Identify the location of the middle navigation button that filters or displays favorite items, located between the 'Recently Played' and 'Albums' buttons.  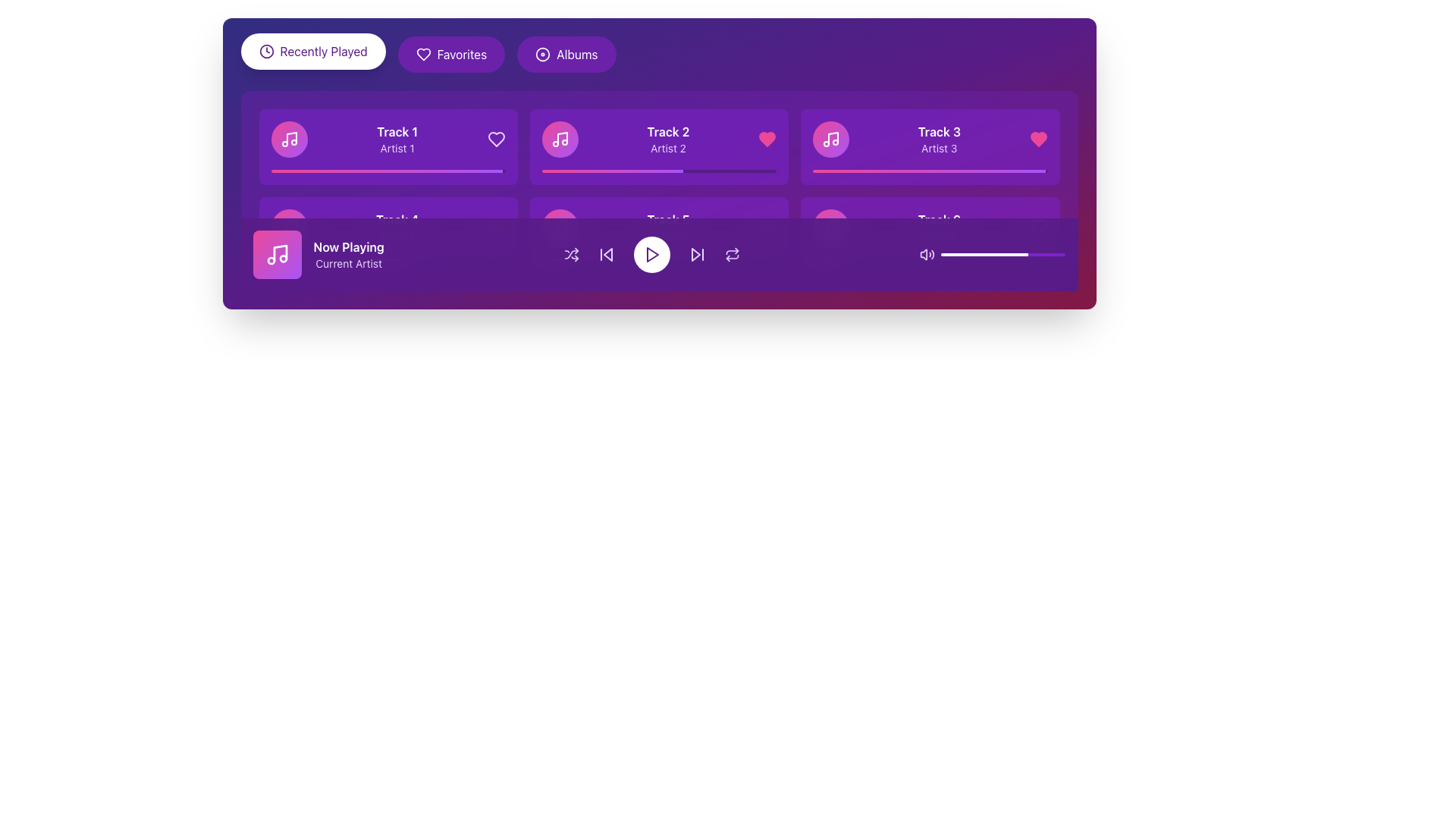
(450, 54).